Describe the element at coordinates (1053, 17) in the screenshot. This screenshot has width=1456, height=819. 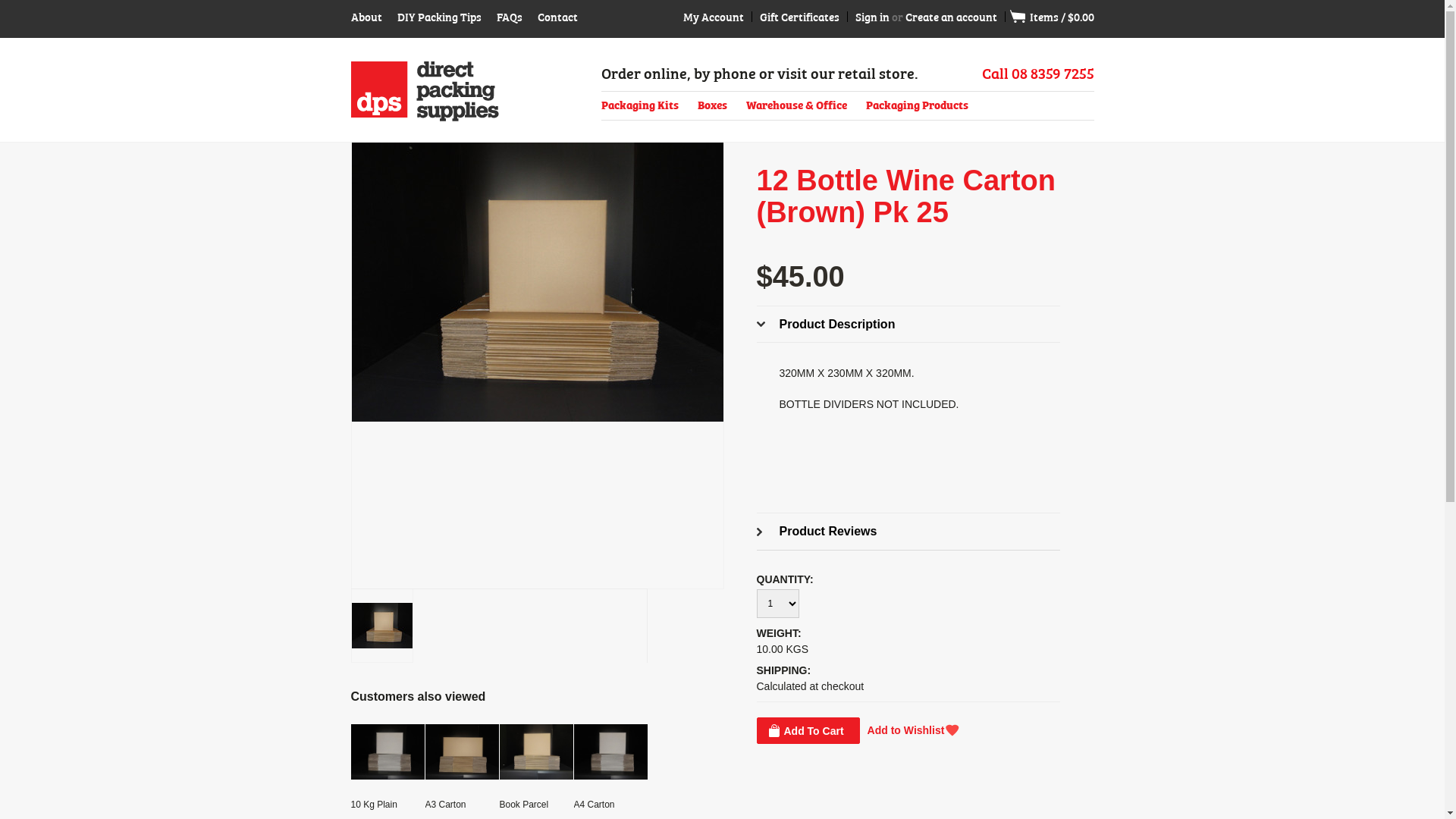
I see `' Items / $0.00'` at that location.